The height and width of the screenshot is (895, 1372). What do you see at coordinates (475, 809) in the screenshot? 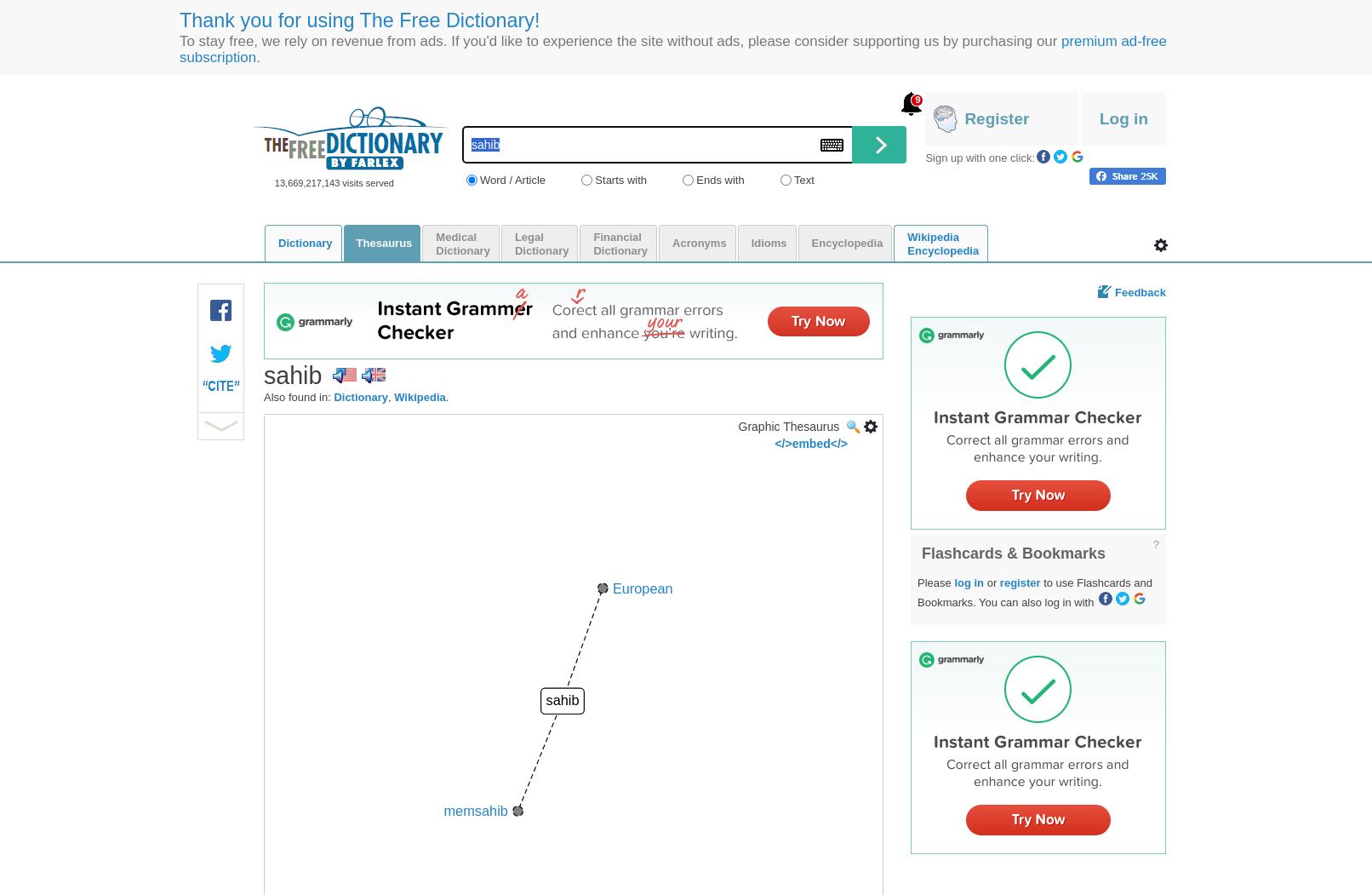
I see `'memsahib'` at bounding box center [475, 809].